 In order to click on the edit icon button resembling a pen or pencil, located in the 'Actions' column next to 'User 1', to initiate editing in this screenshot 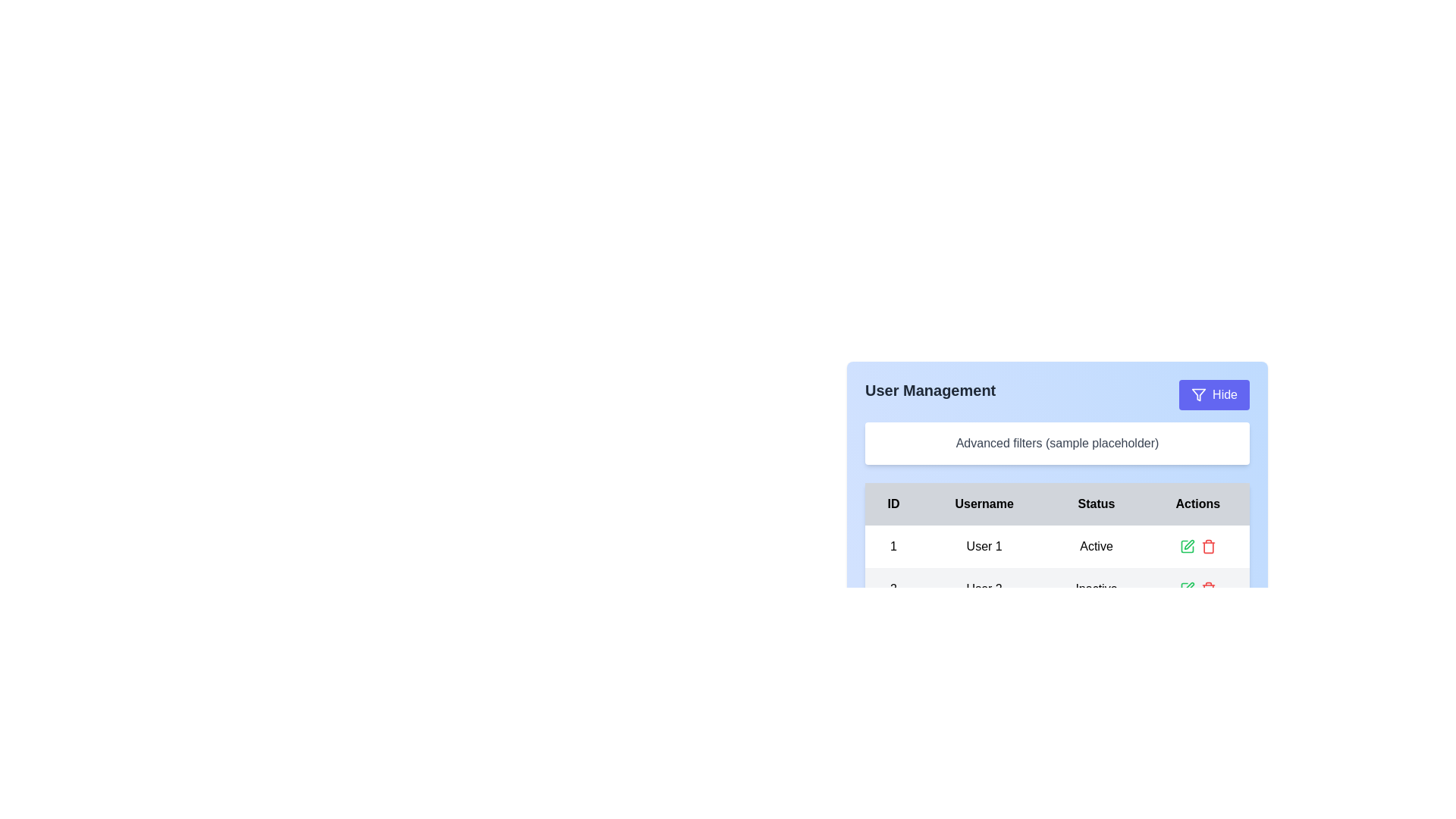, I will do `click(1188, 544)`.